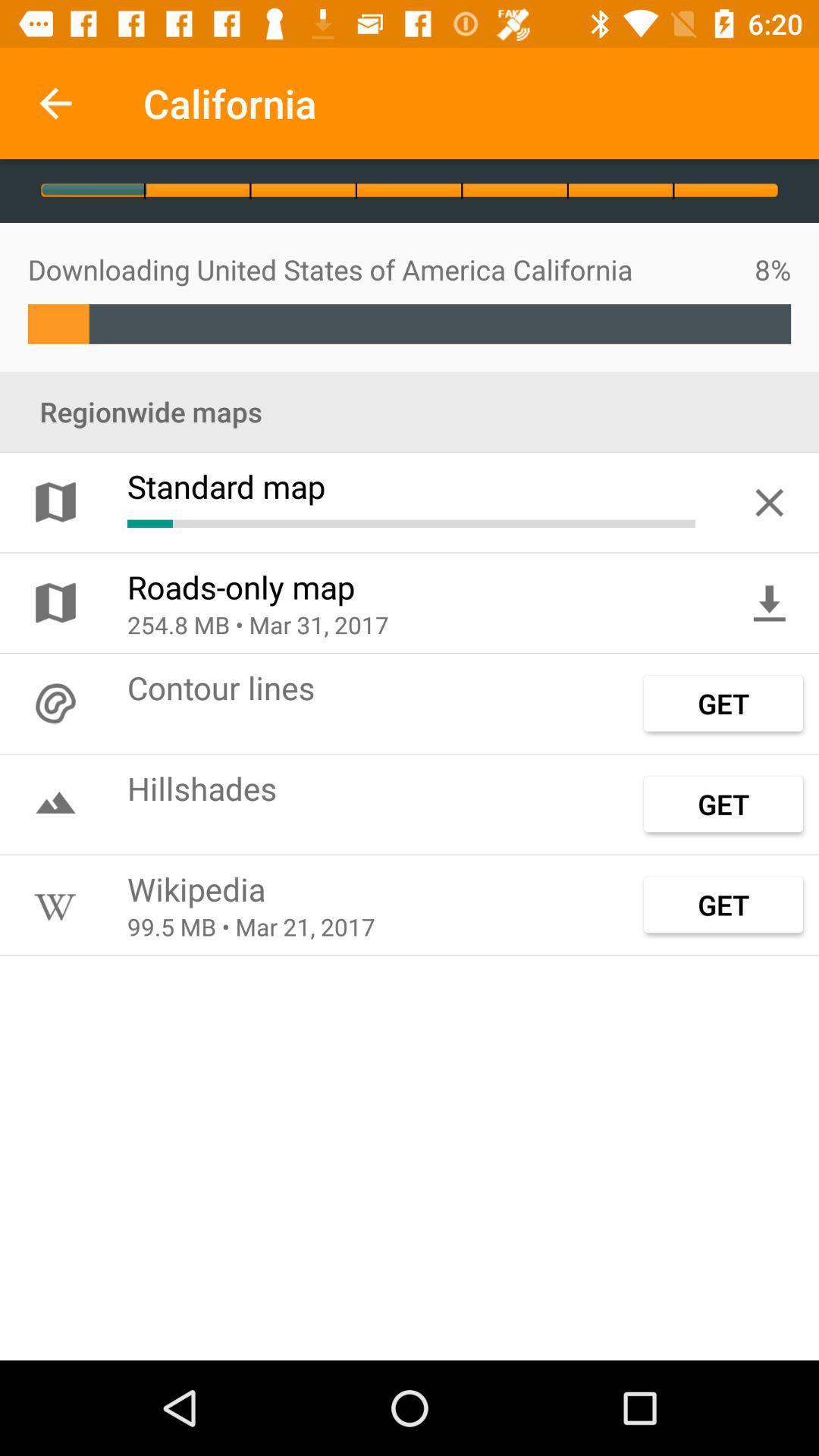 The image size is (819, 1456). Describe the element at coordinates (769, 602) in the screenshot. I see `the download icon` at that location.